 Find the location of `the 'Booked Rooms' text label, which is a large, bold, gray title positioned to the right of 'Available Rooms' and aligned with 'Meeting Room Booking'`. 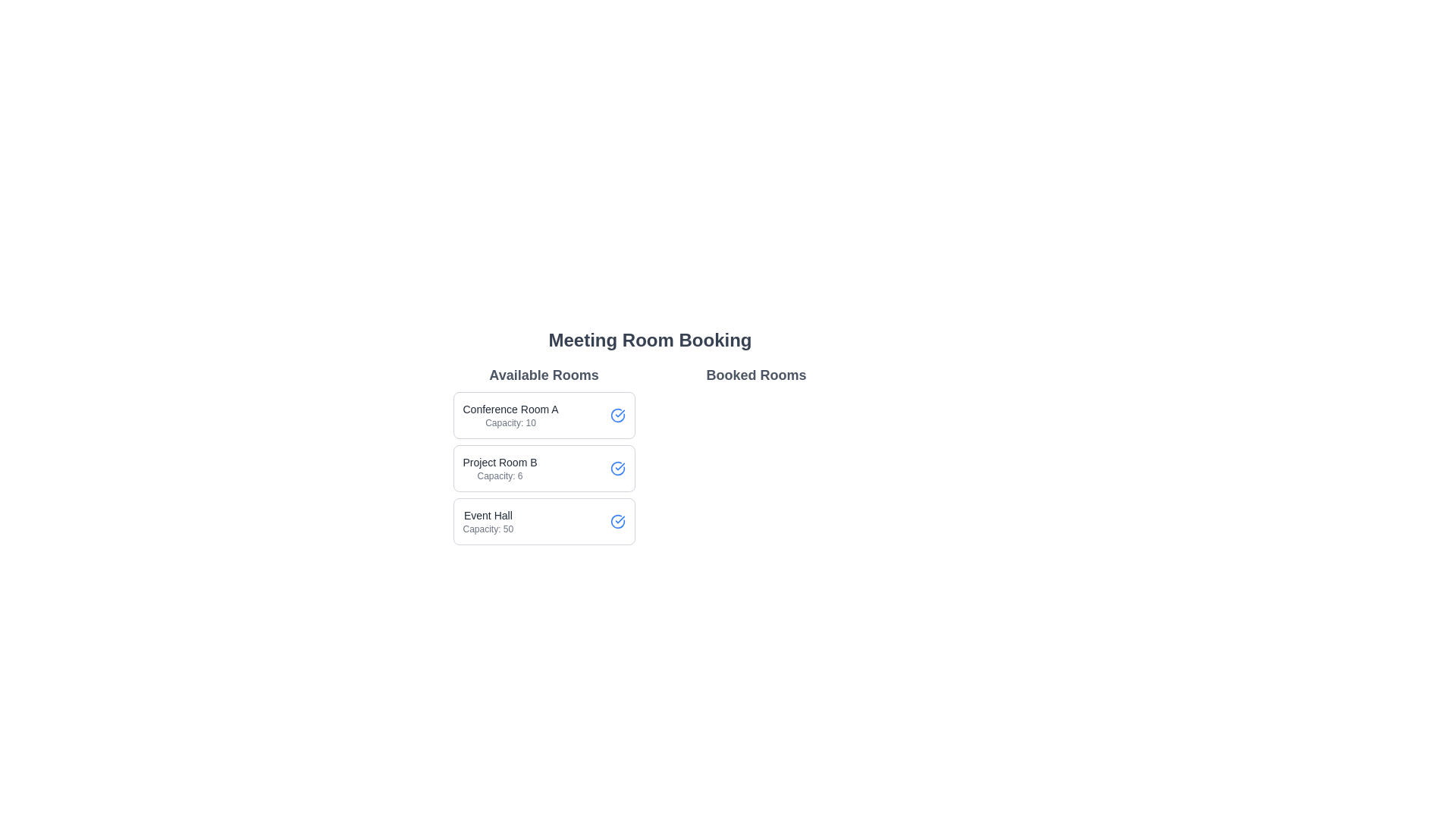

the 'Booked Rooms' text label, which is a large, bold, gray title positioned to the right of 'Available Rooms' and aligned with 'Meeting Room Booking' is located at coordinates (756, 375).